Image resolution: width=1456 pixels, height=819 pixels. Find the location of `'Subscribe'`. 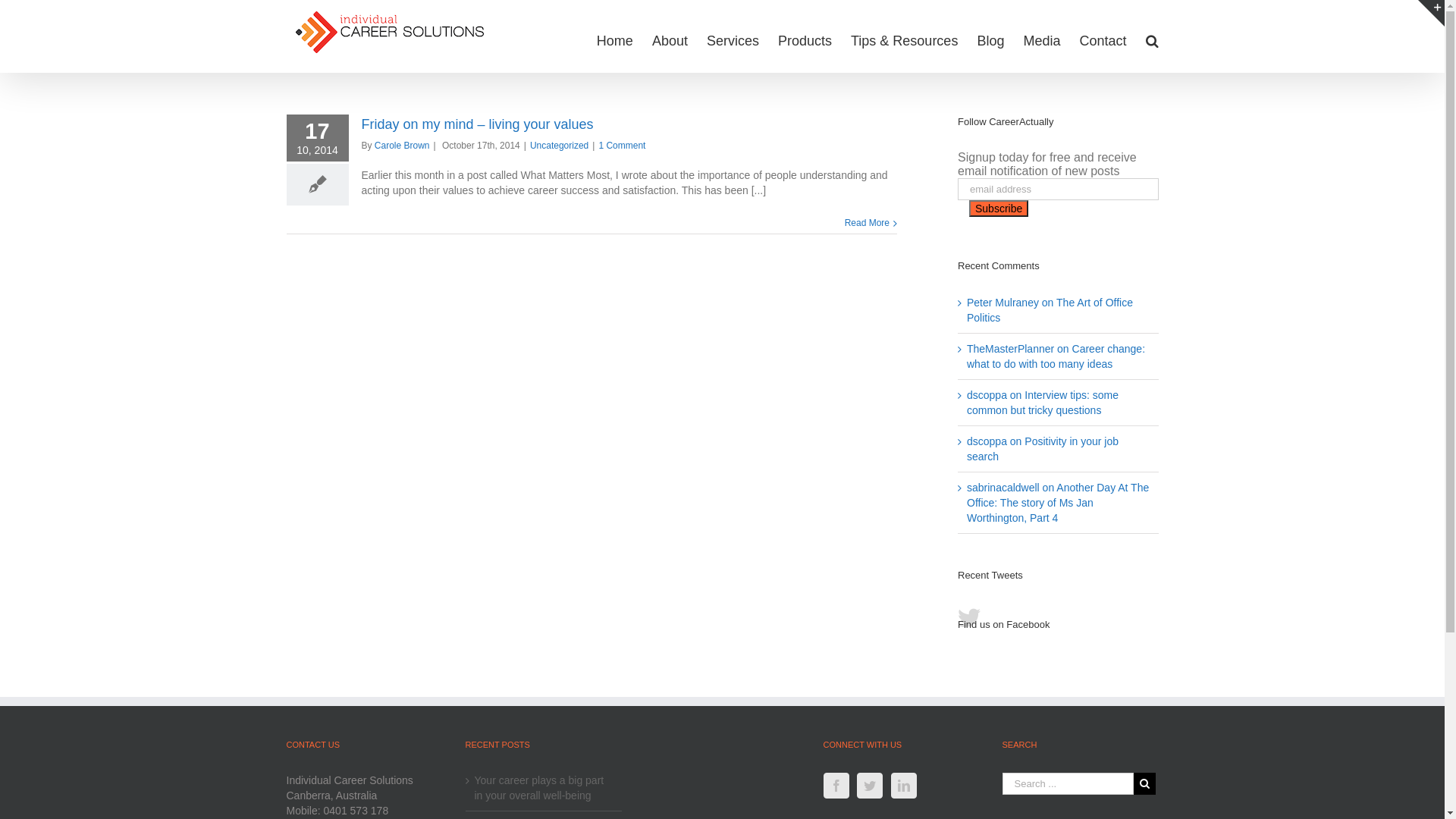

'Subscribe' is located at coordinates (968, 208).